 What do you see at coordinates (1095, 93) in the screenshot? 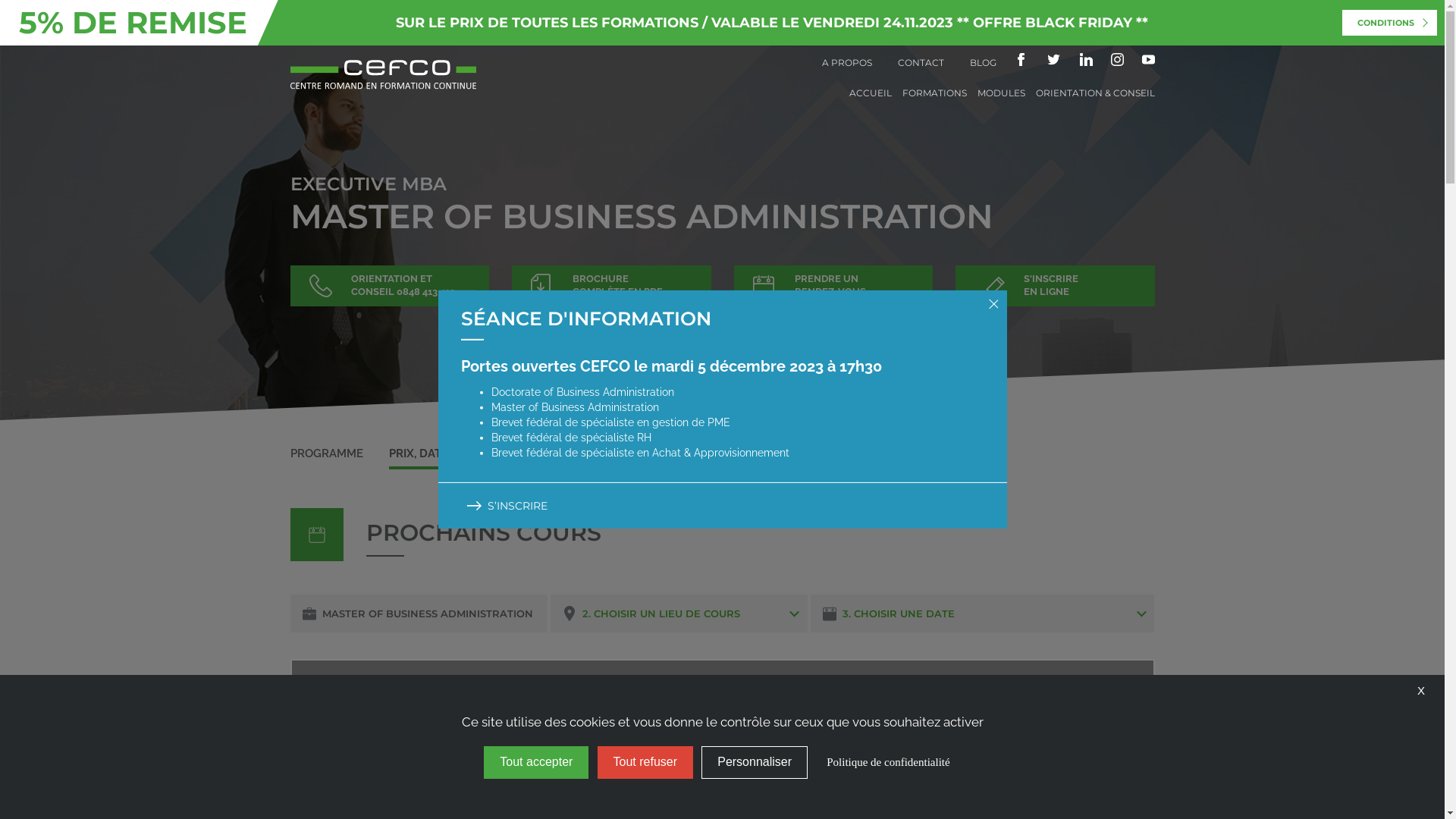
I see `'ORIENTATION & CONSEIL'` at bounding box center [1095, 93].